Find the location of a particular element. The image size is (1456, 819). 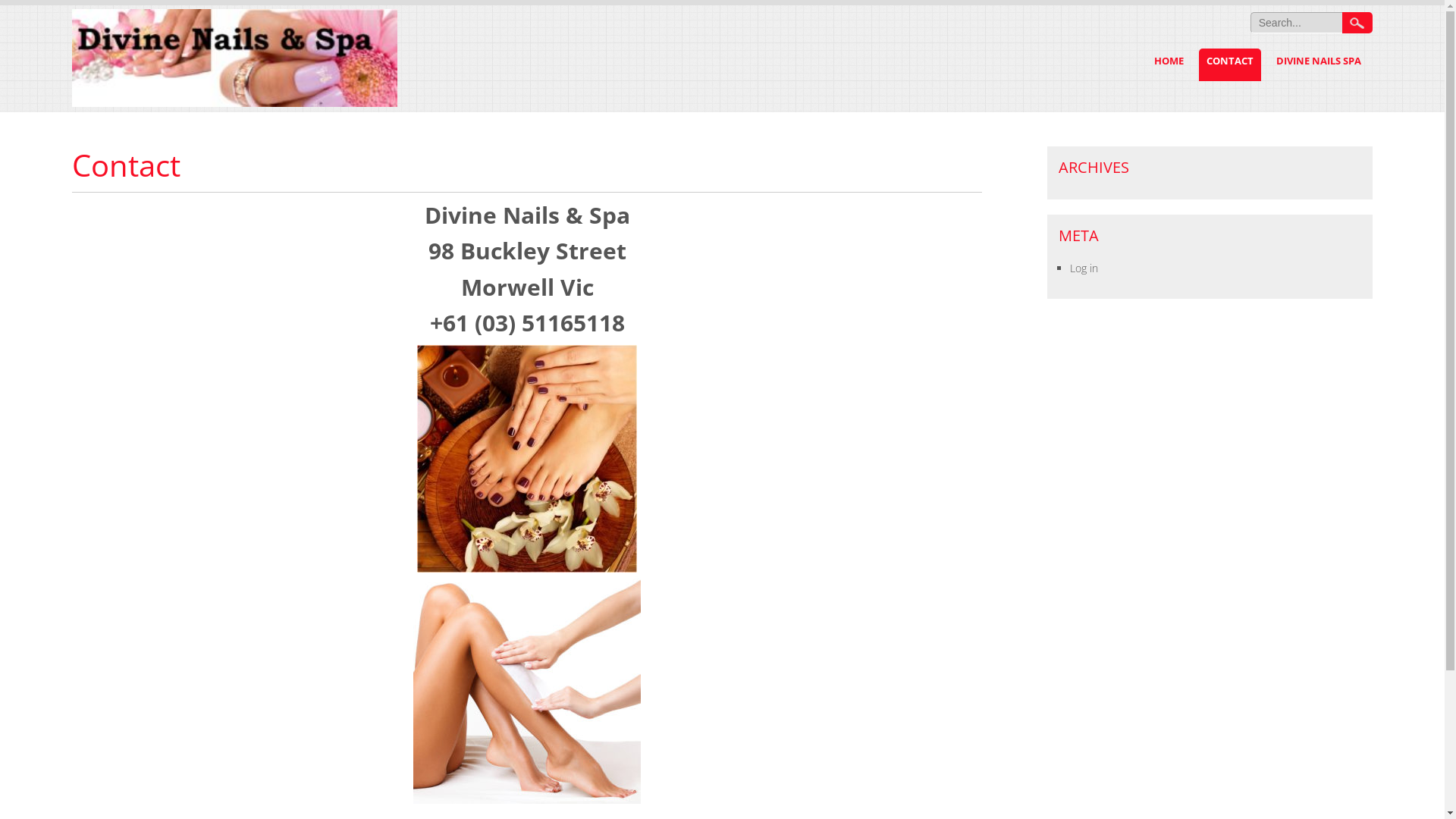

'CONTACT' is located at coordinates (1230, 64).